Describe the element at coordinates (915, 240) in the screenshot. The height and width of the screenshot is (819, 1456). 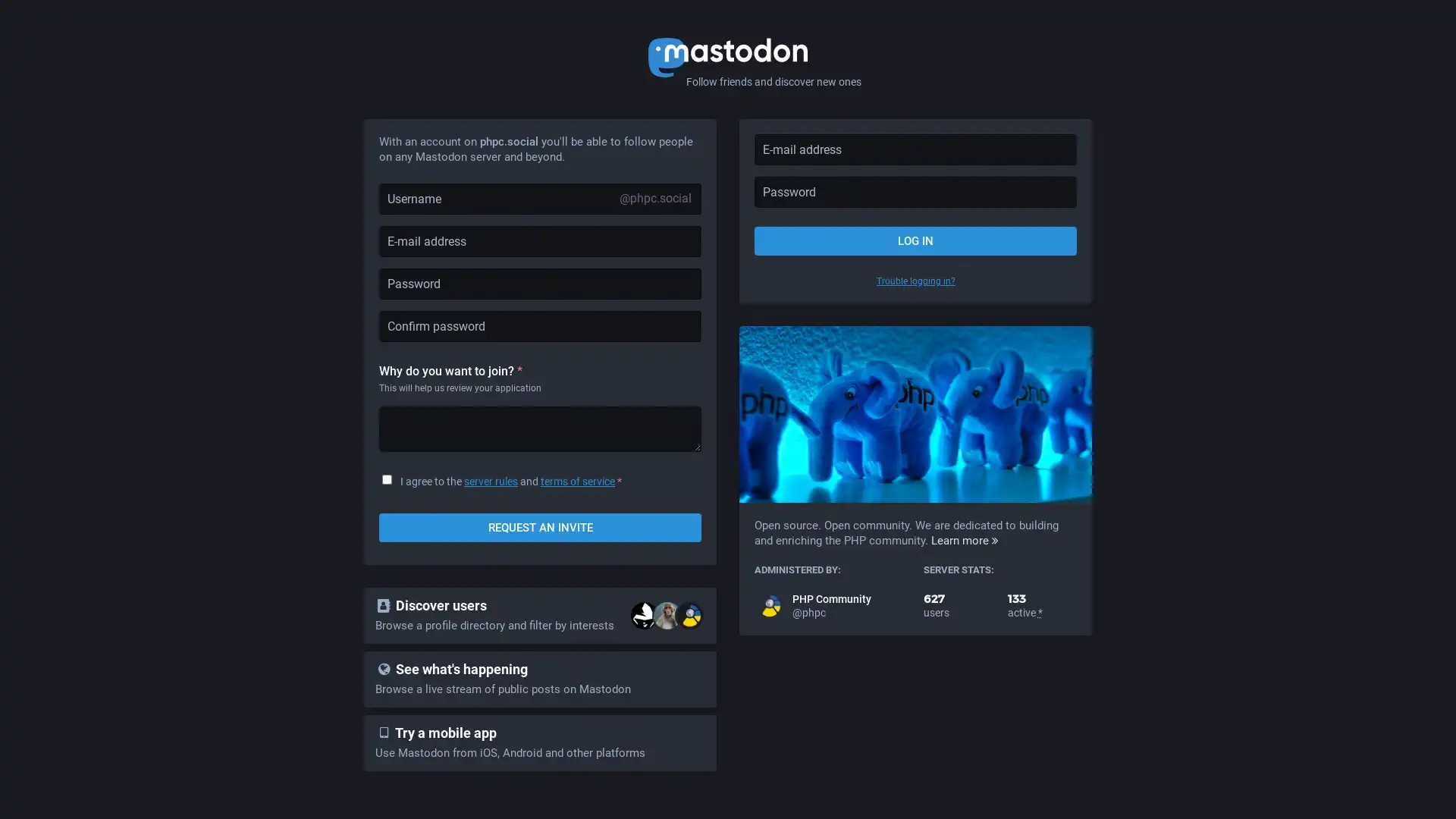
I see `LOG IN` at that location.